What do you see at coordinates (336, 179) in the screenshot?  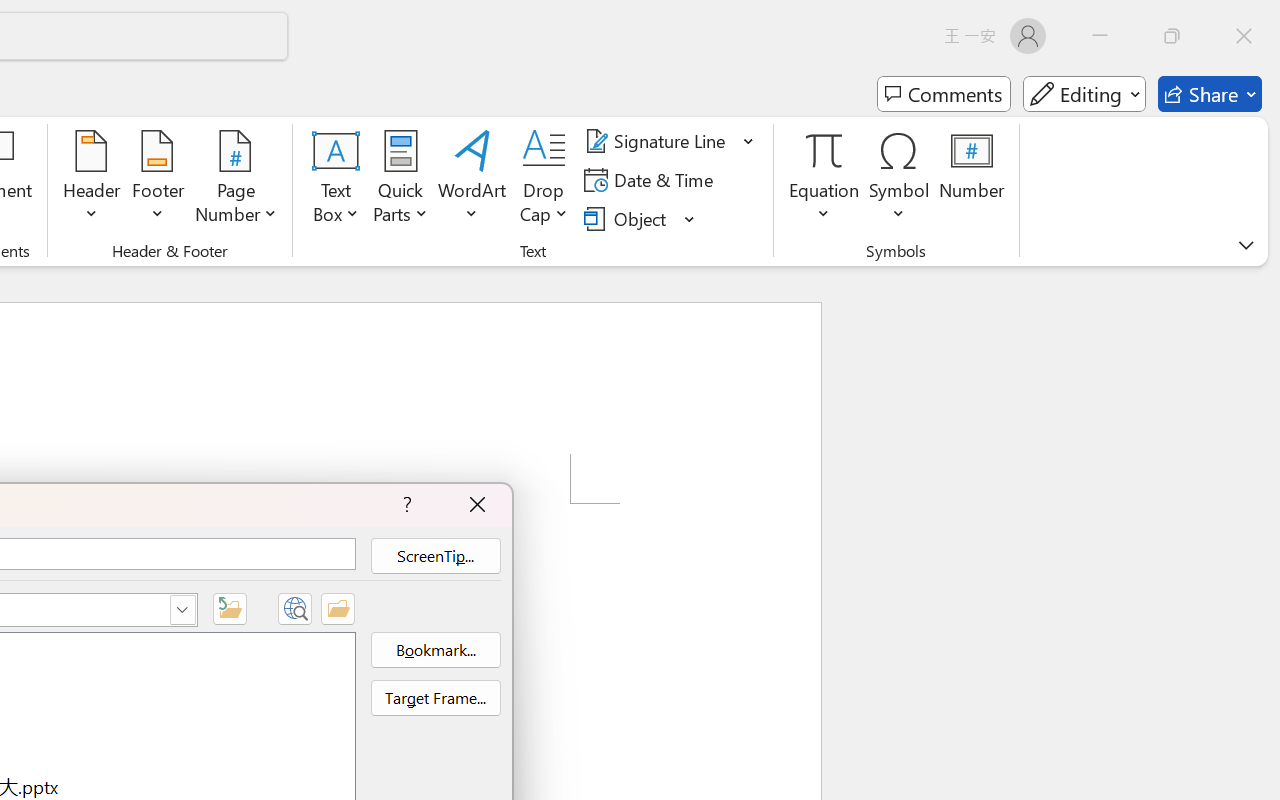 I see `'Text Box'` at bounding box center [336, 179].